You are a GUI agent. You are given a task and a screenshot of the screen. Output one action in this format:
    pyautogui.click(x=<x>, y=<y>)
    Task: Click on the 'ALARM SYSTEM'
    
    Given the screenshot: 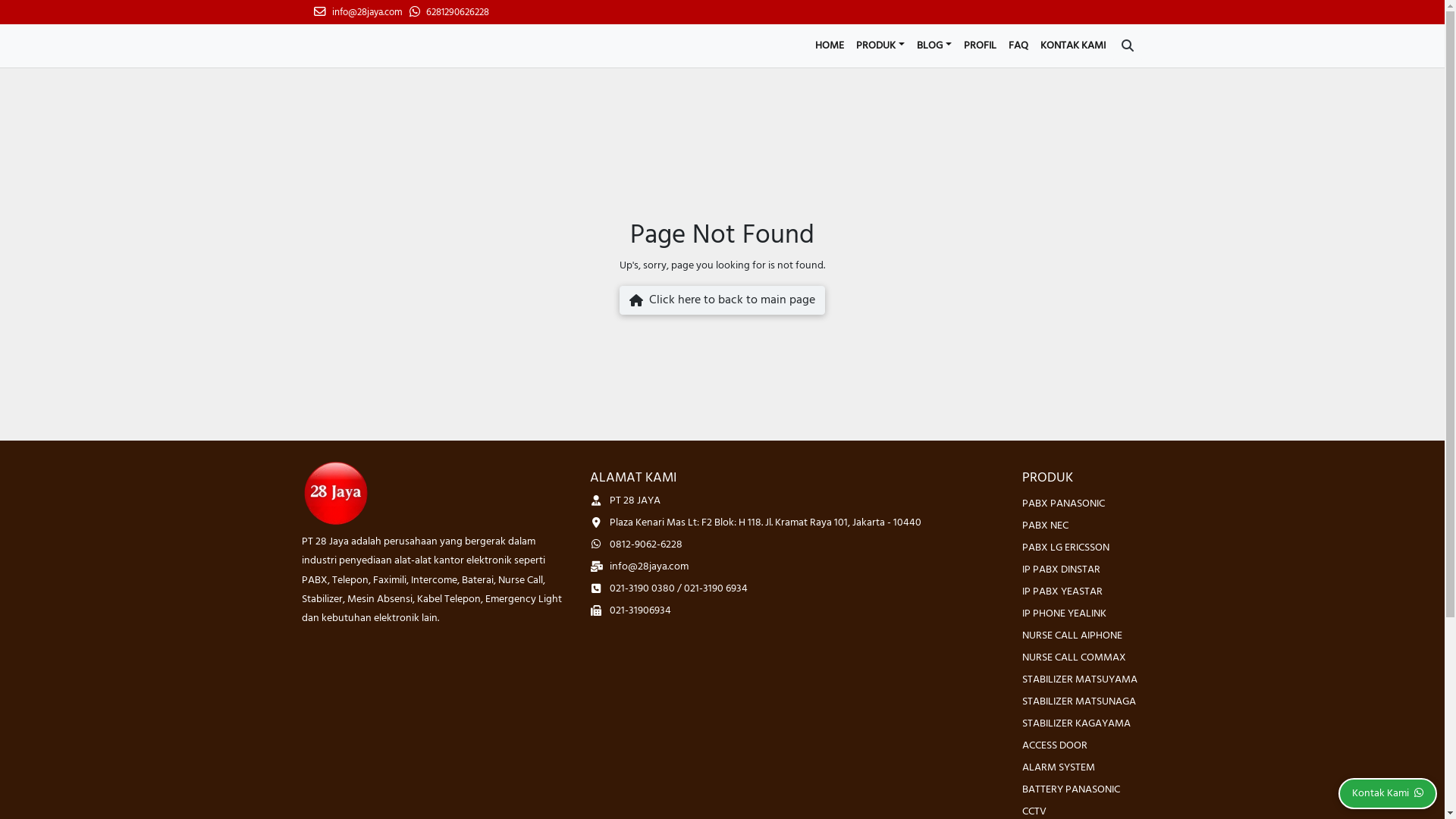 What is the action you would take?
    pyautogui.click(x=1022, y=767)
    